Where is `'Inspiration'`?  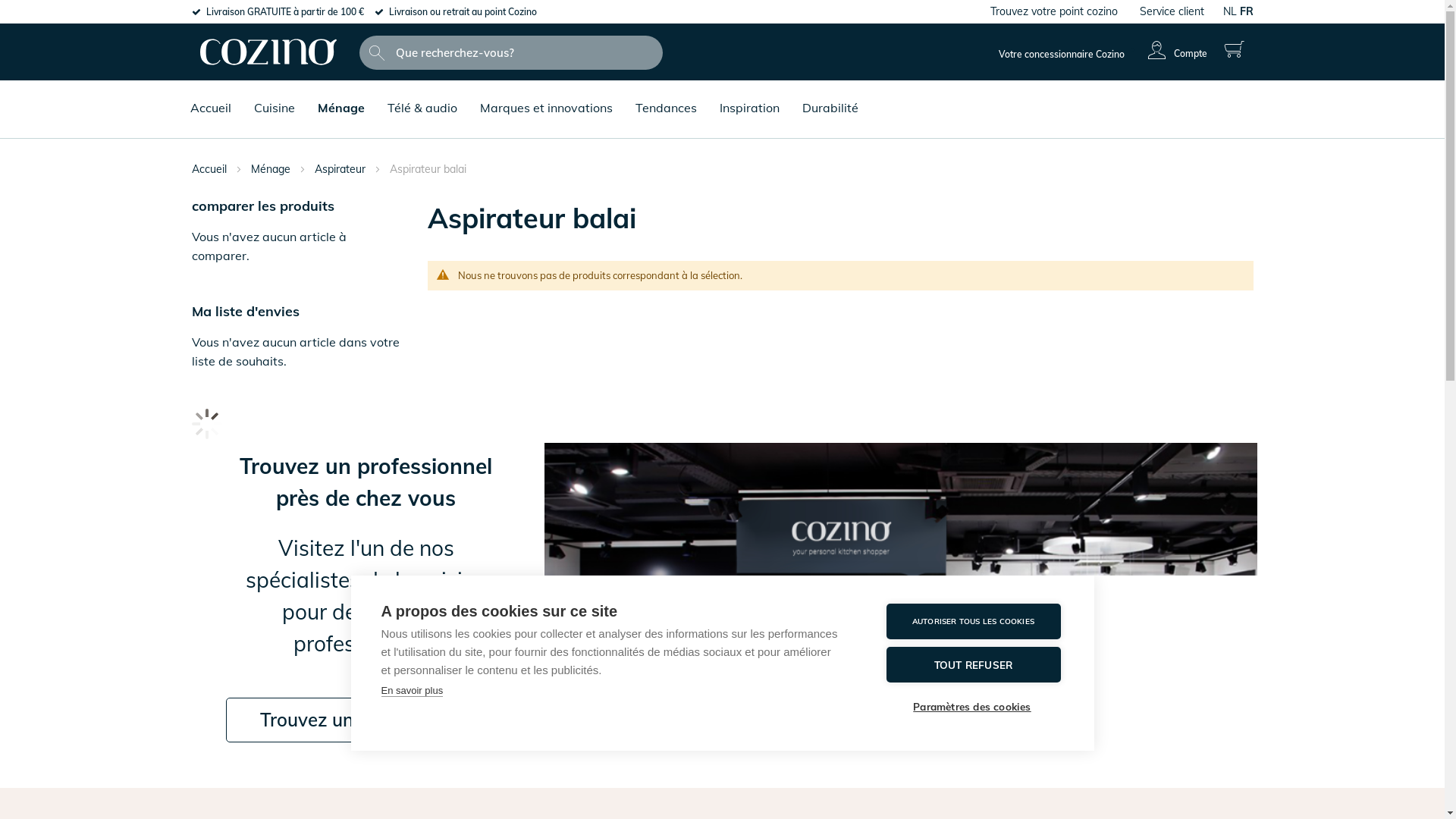 'Inspiration' is located at coordinates (748, 97).